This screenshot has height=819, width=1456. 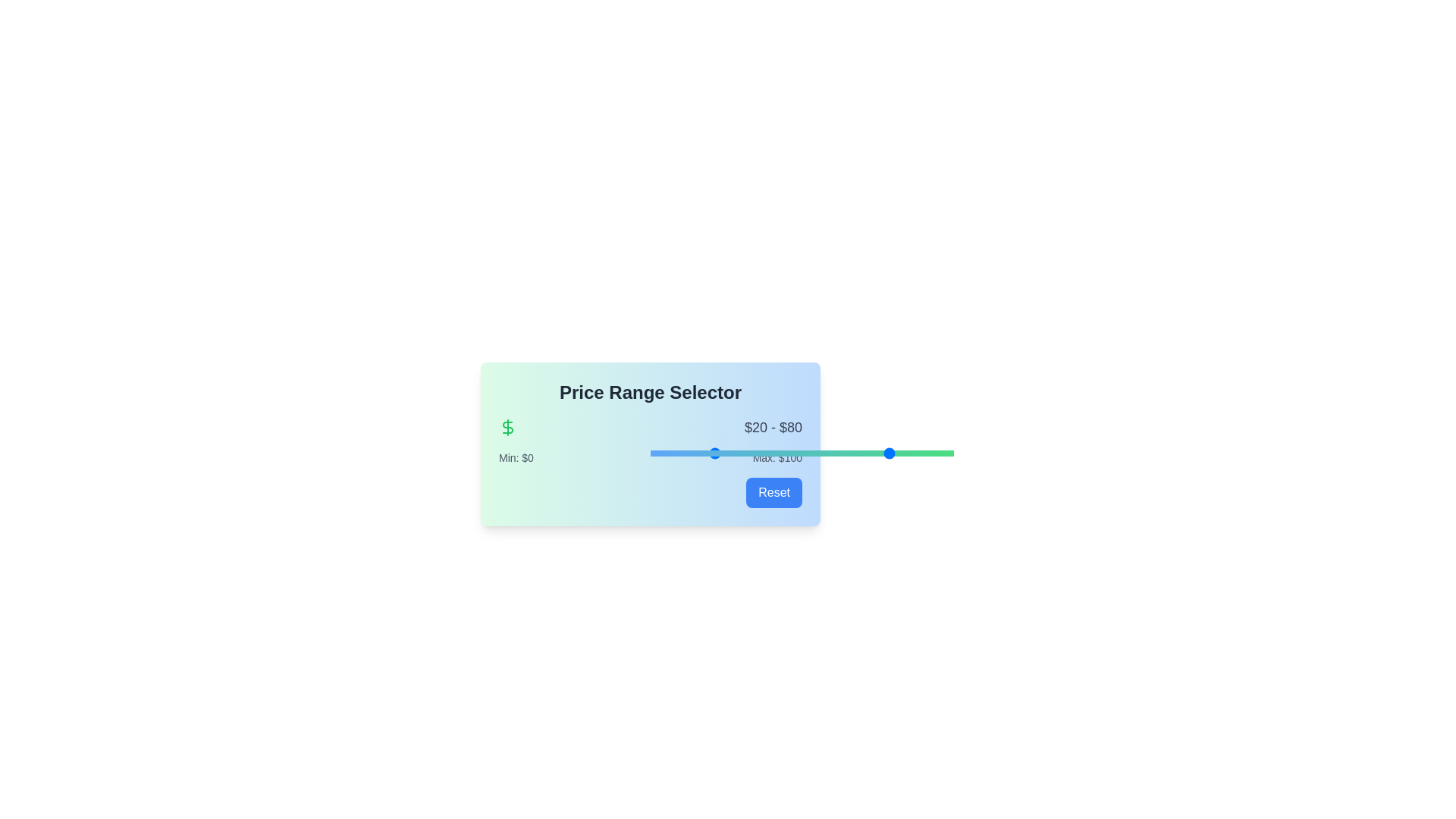 What do you see at coordinates (683, 452) in the screenshot?
I see `the slider` at bounding box center [683, 452].